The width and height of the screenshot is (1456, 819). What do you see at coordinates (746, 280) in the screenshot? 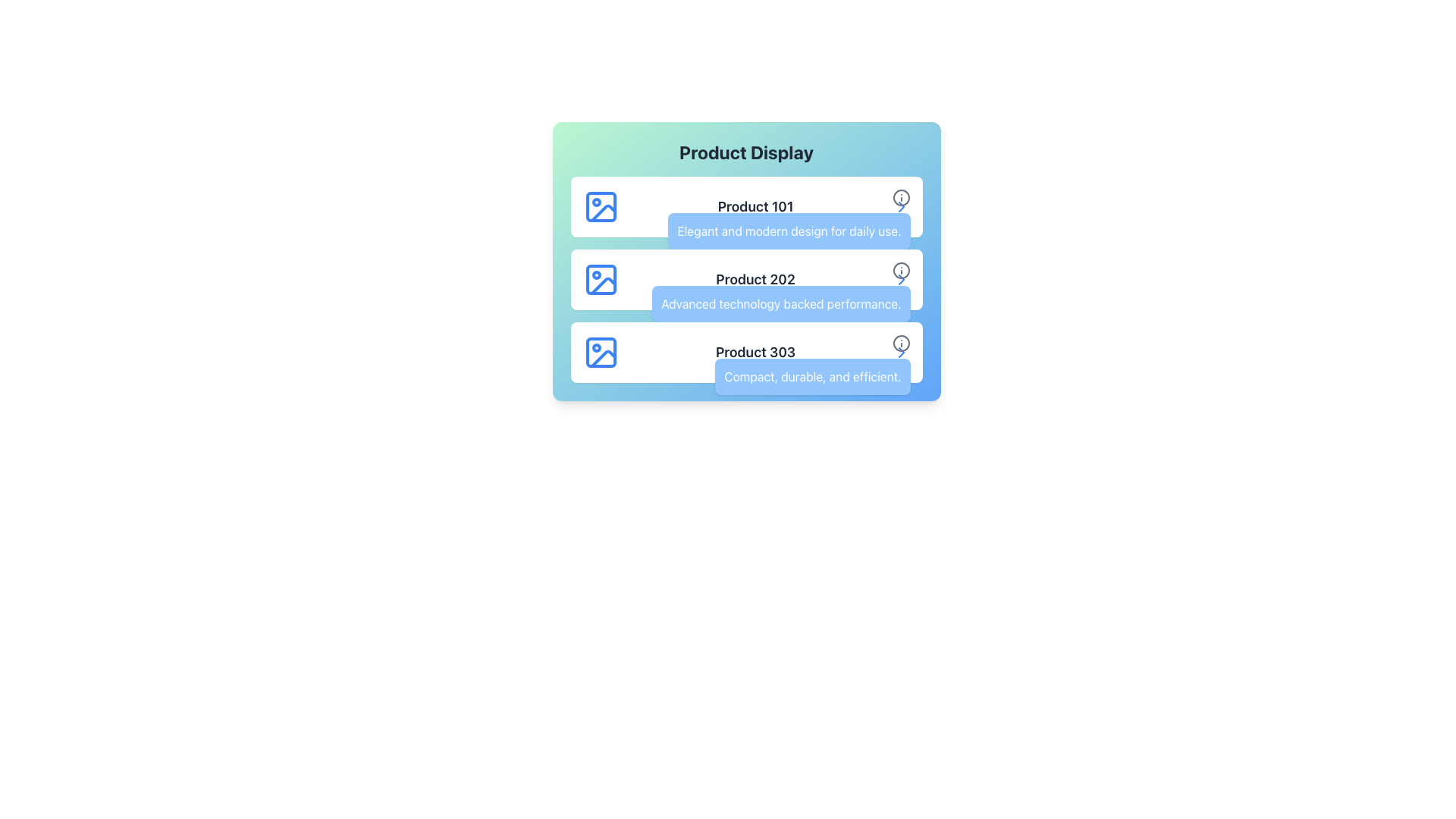
I see `the second product card in the vertical list, which displays the product name and description, to interact with it` at bounding box center [746, 280].